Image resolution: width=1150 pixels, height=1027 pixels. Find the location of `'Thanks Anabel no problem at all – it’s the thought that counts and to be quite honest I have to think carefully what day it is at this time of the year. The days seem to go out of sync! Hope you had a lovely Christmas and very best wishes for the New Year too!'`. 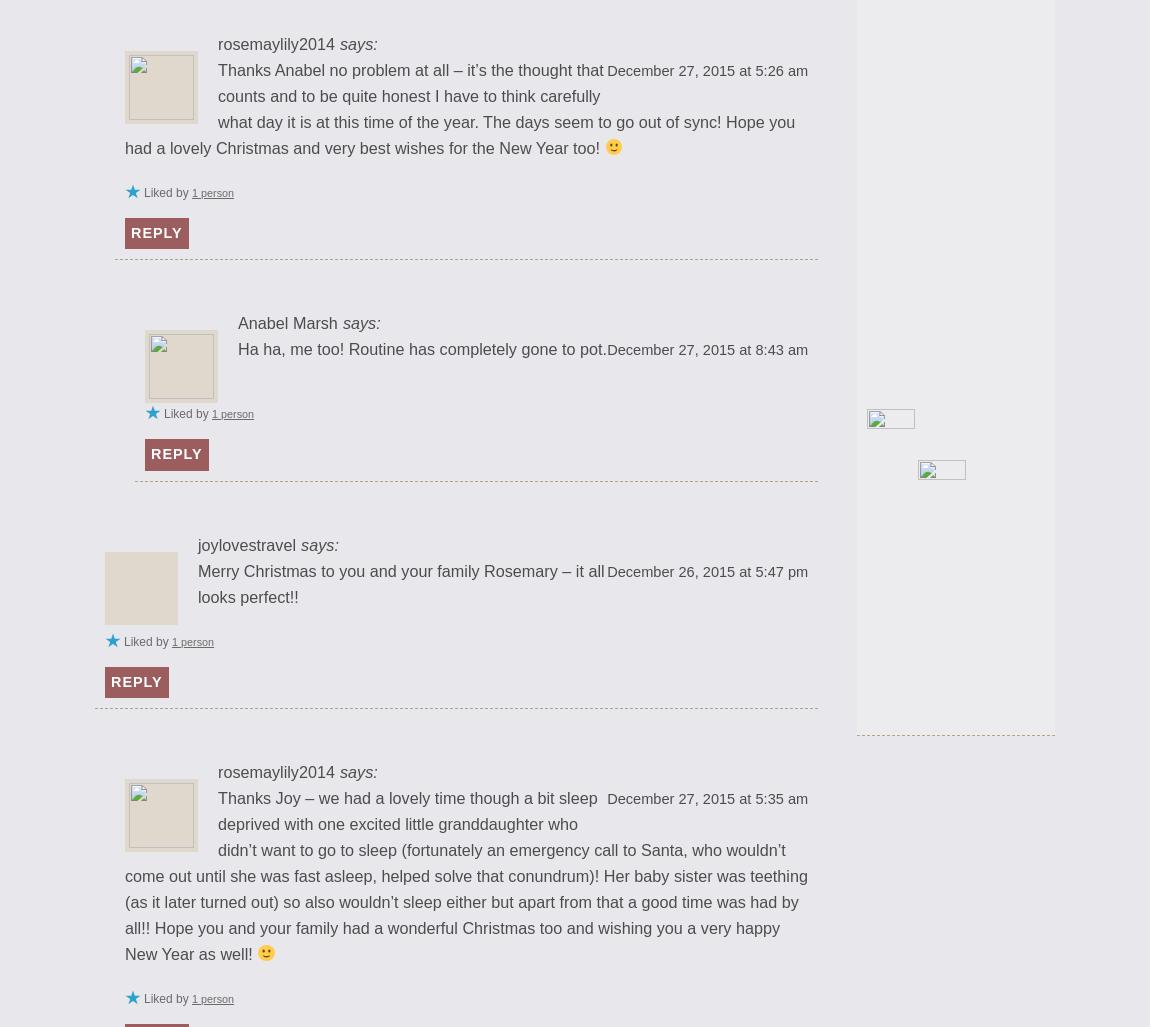

'Thanks Anabel no problem at all – it’s the thought that counts and to be quite honest I have to think carefully what day it is at this time of the year. The days seem to go out of sync! Hope you had a lovely Christmas and very best wishes for the New Year too!' is located at coordinates (460, 107).